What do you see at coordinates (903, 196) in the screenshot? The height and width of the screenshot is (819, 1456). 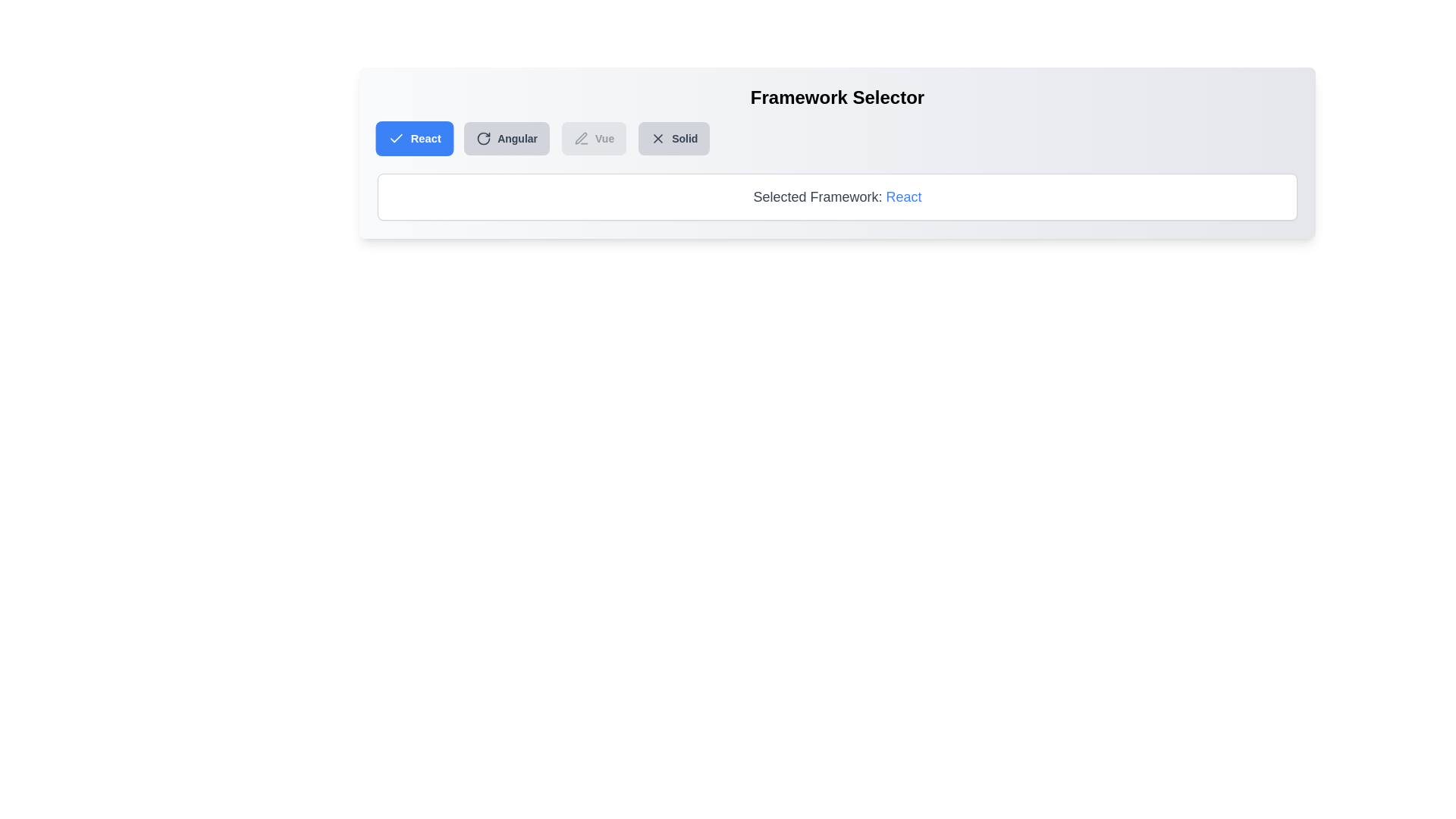 I see `the blue-colored text 'React' that is styled with a bold font and is part of the phrase 'Selected Framework: React'` at bounding box center [903, 196].